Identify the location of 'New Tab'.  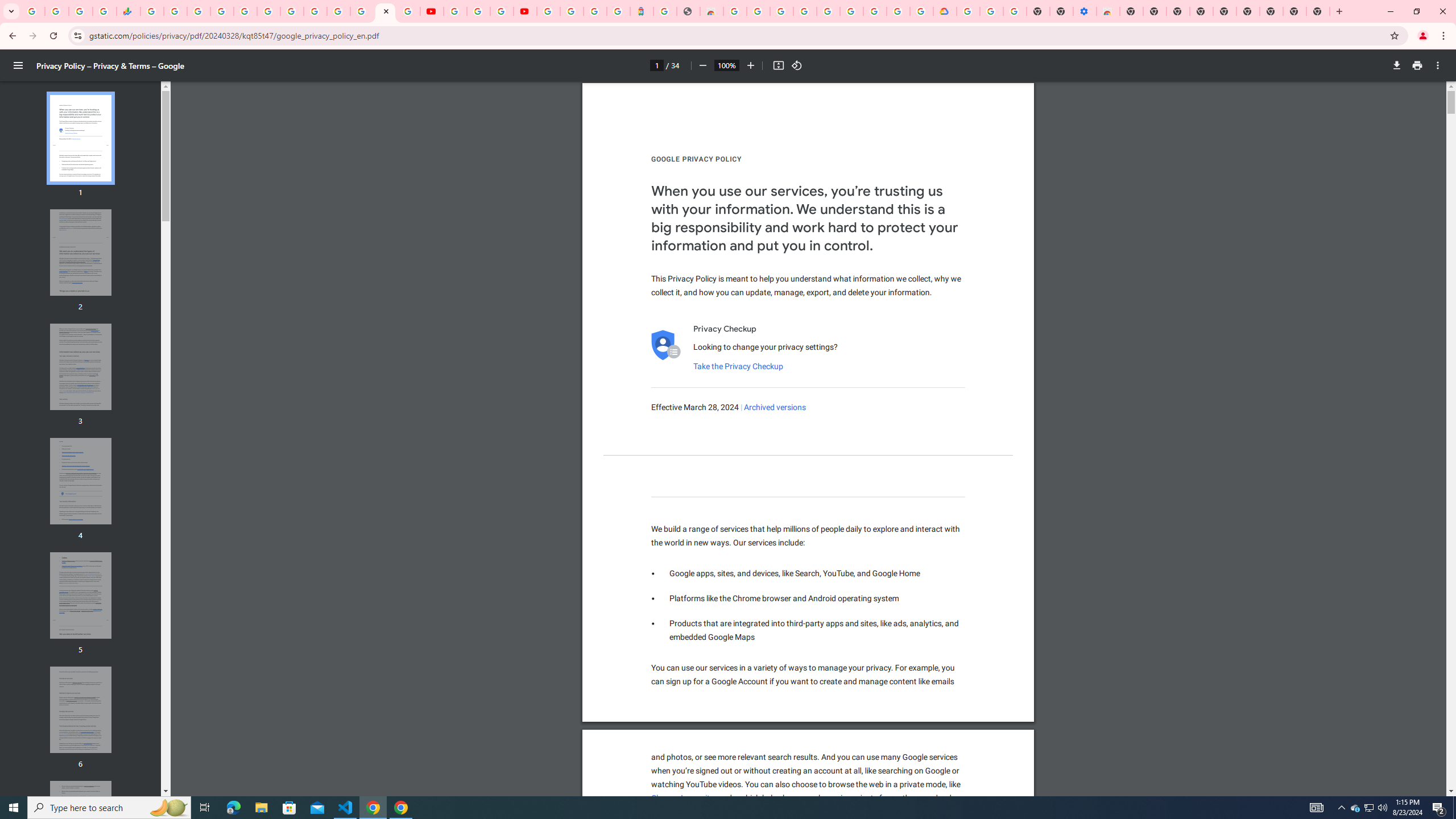
(1318, 11).